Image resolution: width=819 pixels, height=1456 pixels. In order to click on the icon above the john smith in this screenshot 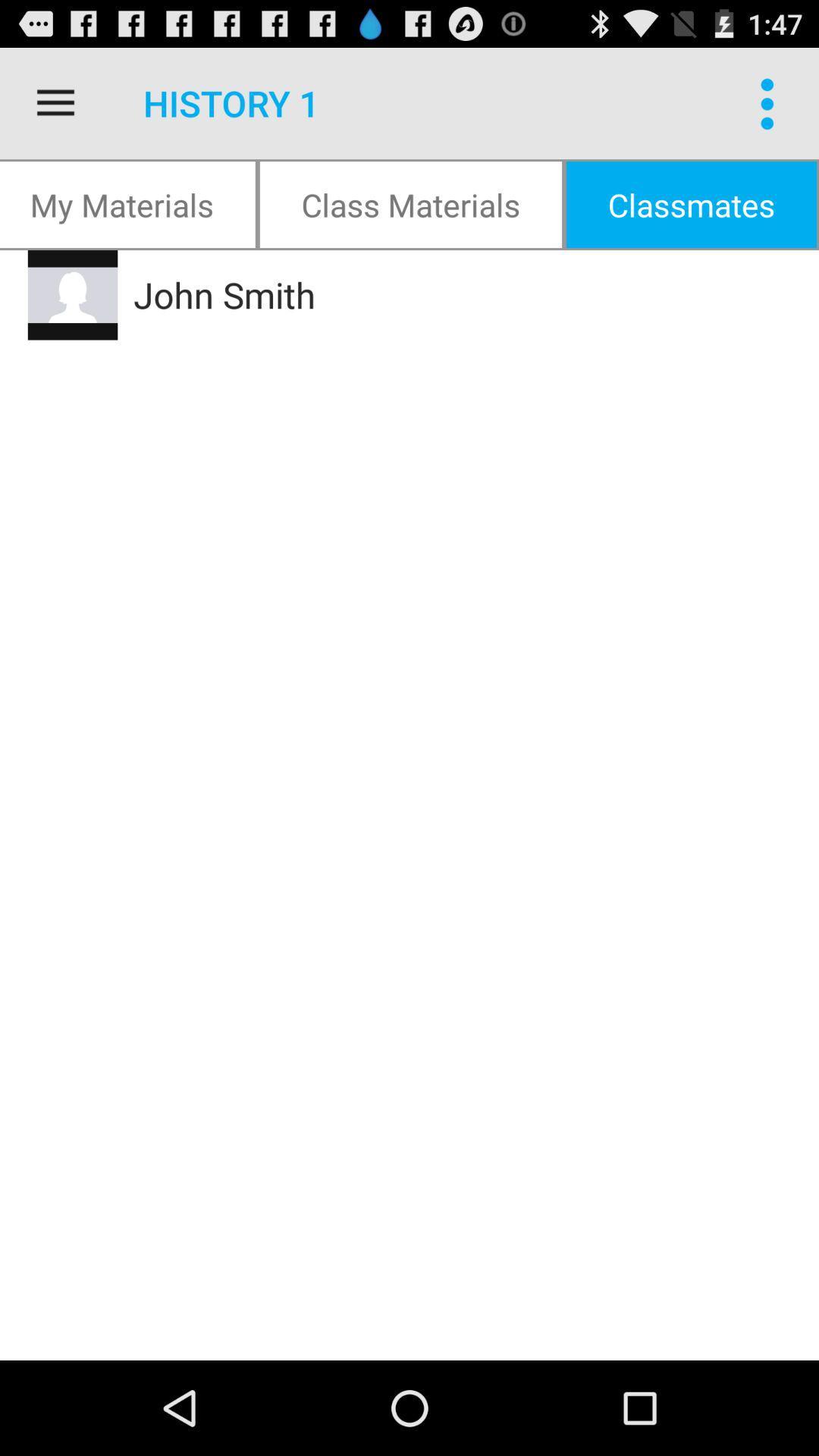, I will do `click(410, 203)`.